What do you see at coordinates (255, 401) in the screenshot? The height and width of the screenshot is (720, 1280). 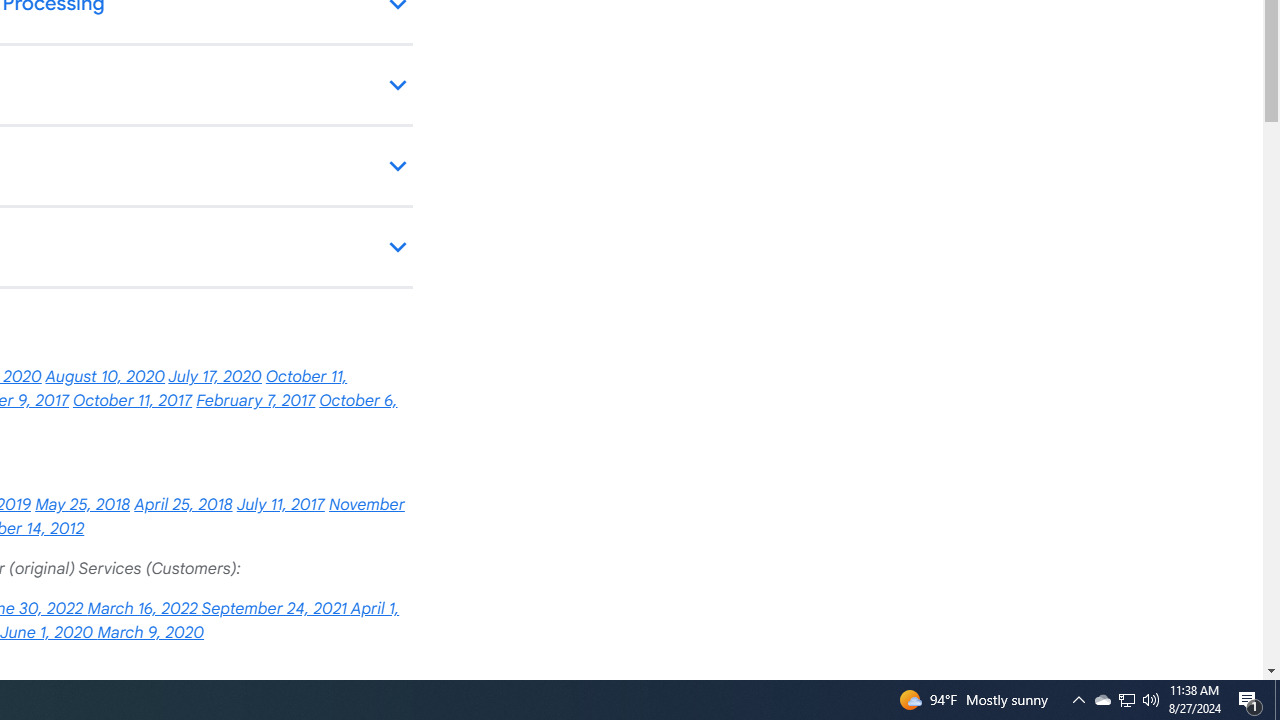 I see `'February 7, 2017'` at bounding box center [255, 401].